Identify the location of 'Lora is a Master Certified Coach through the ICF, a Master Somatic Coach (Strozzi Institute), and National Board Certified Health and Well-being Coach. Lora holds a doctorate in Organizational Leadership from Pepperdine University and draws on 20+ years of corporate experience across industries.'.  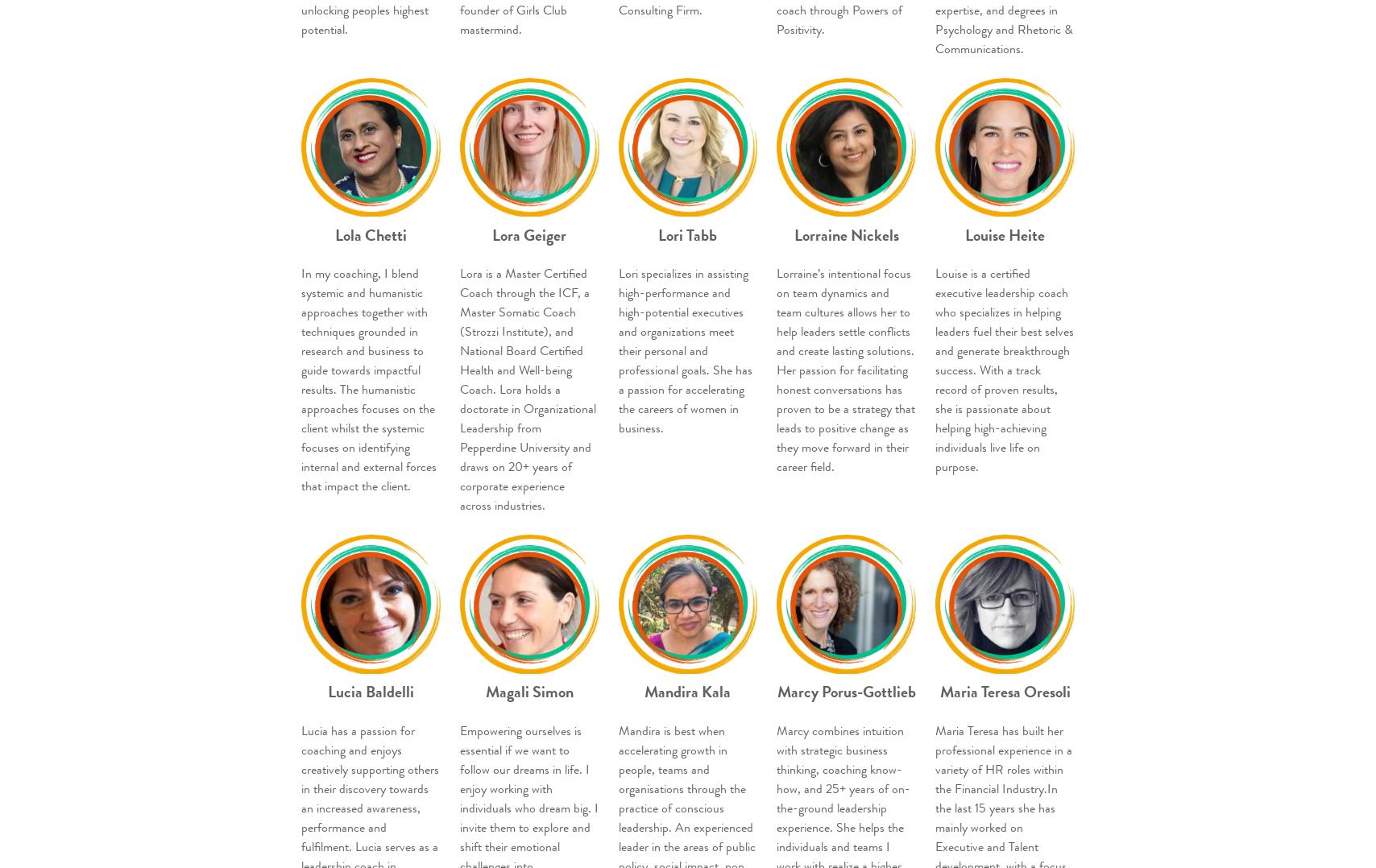
(458, 389).